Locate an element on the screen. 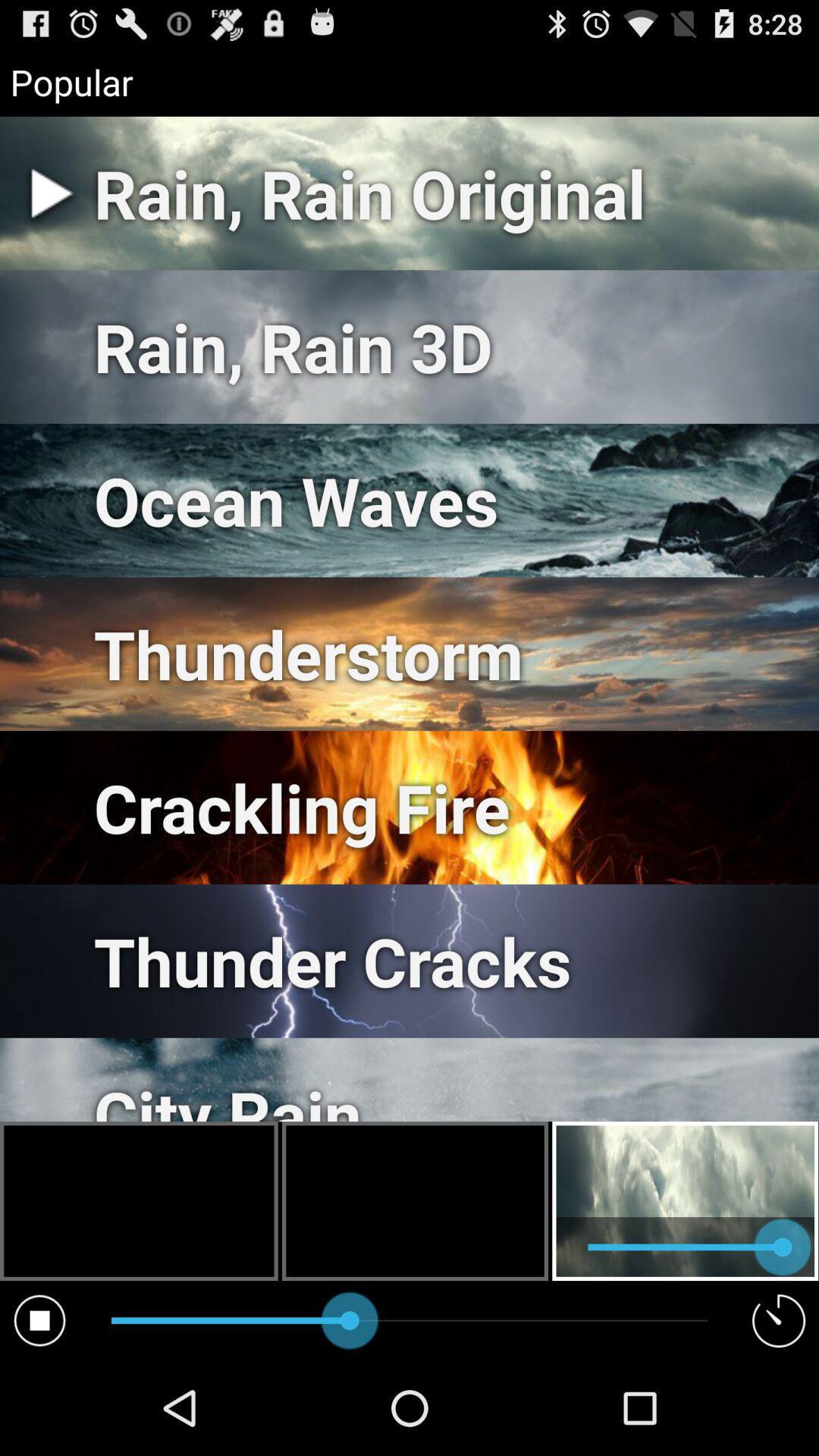 The height and width of the screenshot is (1456, 819). the middle box in bottom of page is located at coordinates (415, 1200).